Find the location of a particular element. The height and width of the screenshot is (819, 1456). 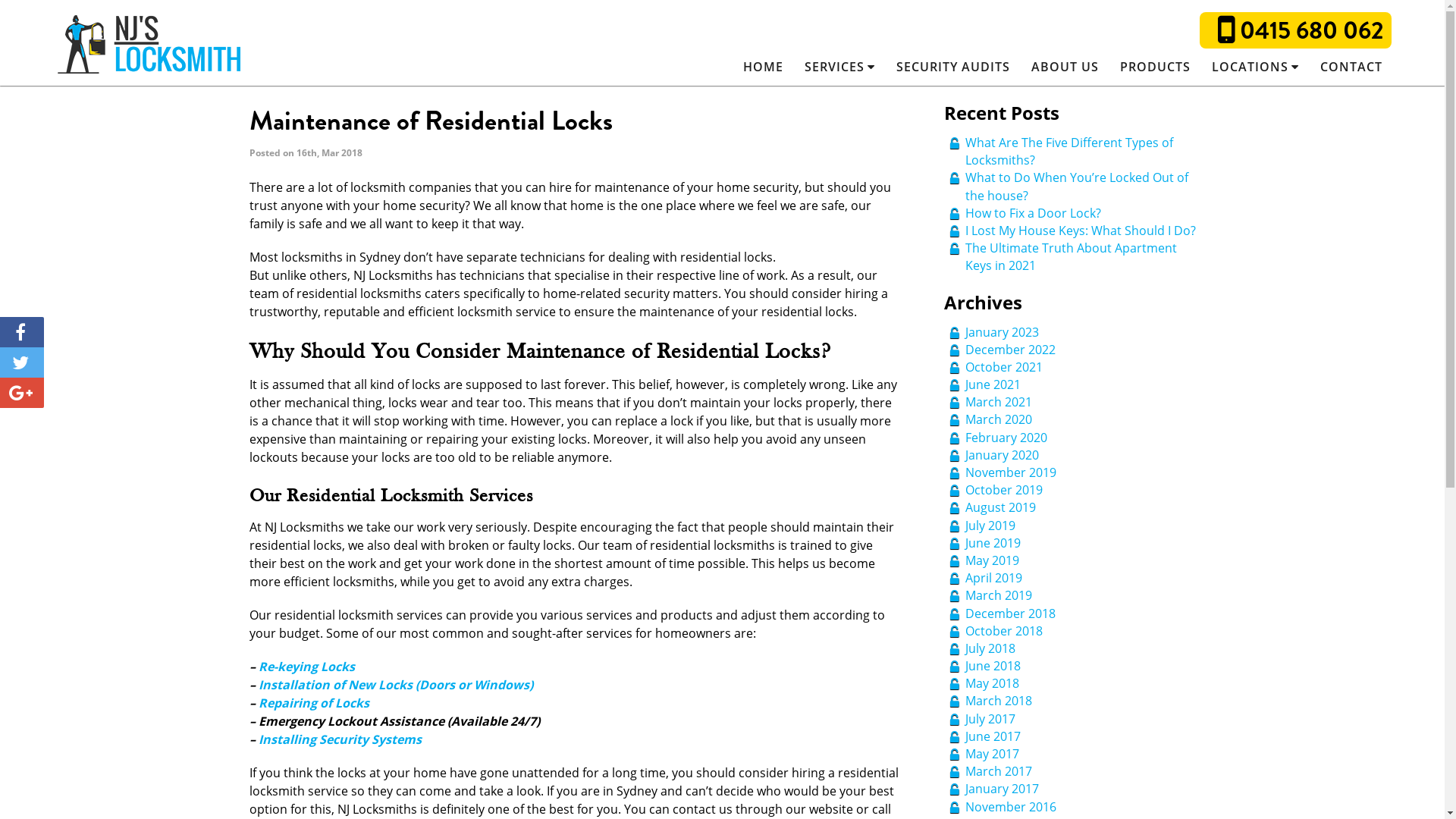

'Tweet' is located at coordinates (21, 362).